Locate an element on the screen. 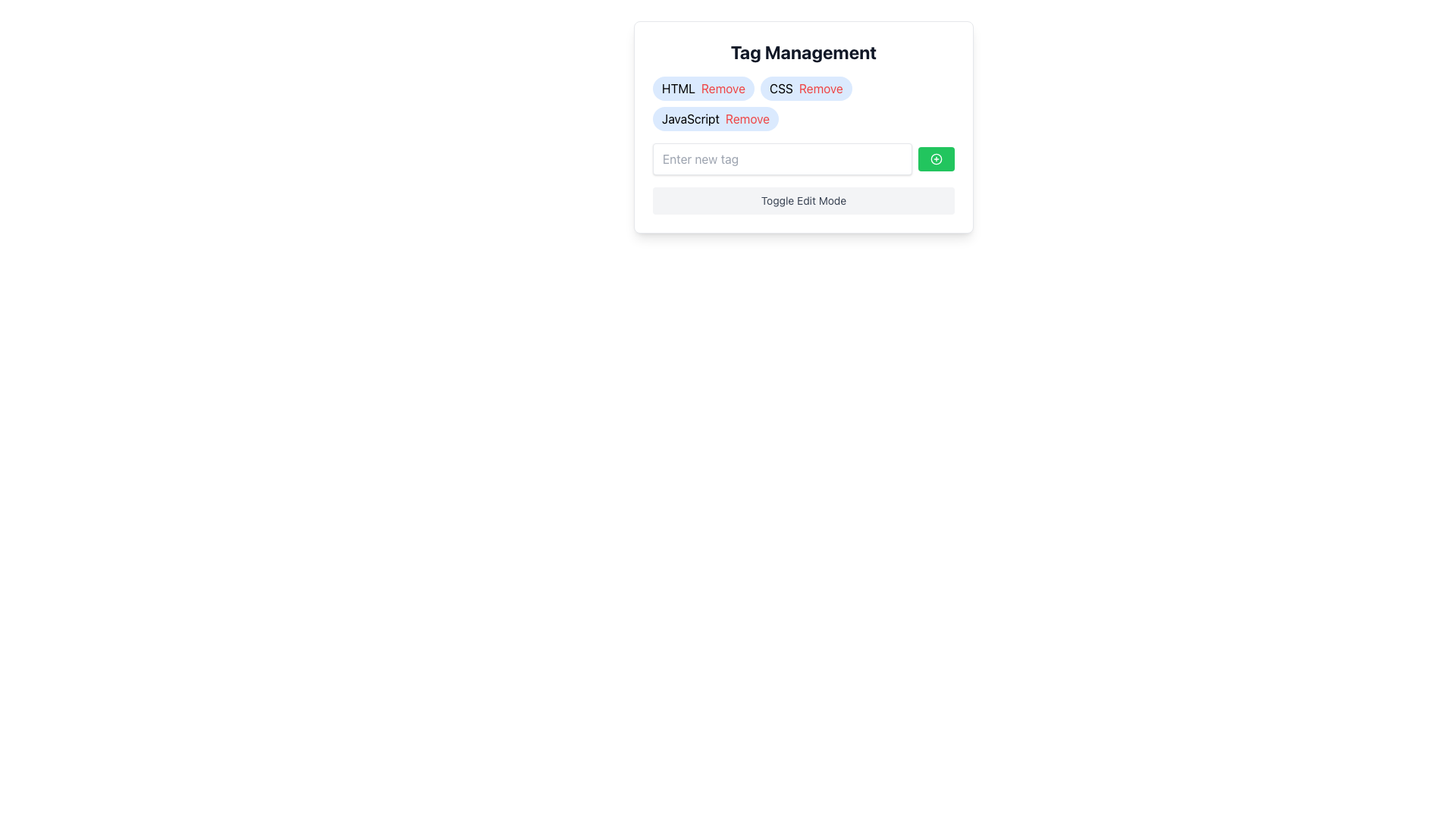  the green button with a rounded rectangle shape featuring a white plus sign icon, located to the right of the 'Enter new tag' text input field in the 'Tag Management' interface is located at coordinates (935, 158).